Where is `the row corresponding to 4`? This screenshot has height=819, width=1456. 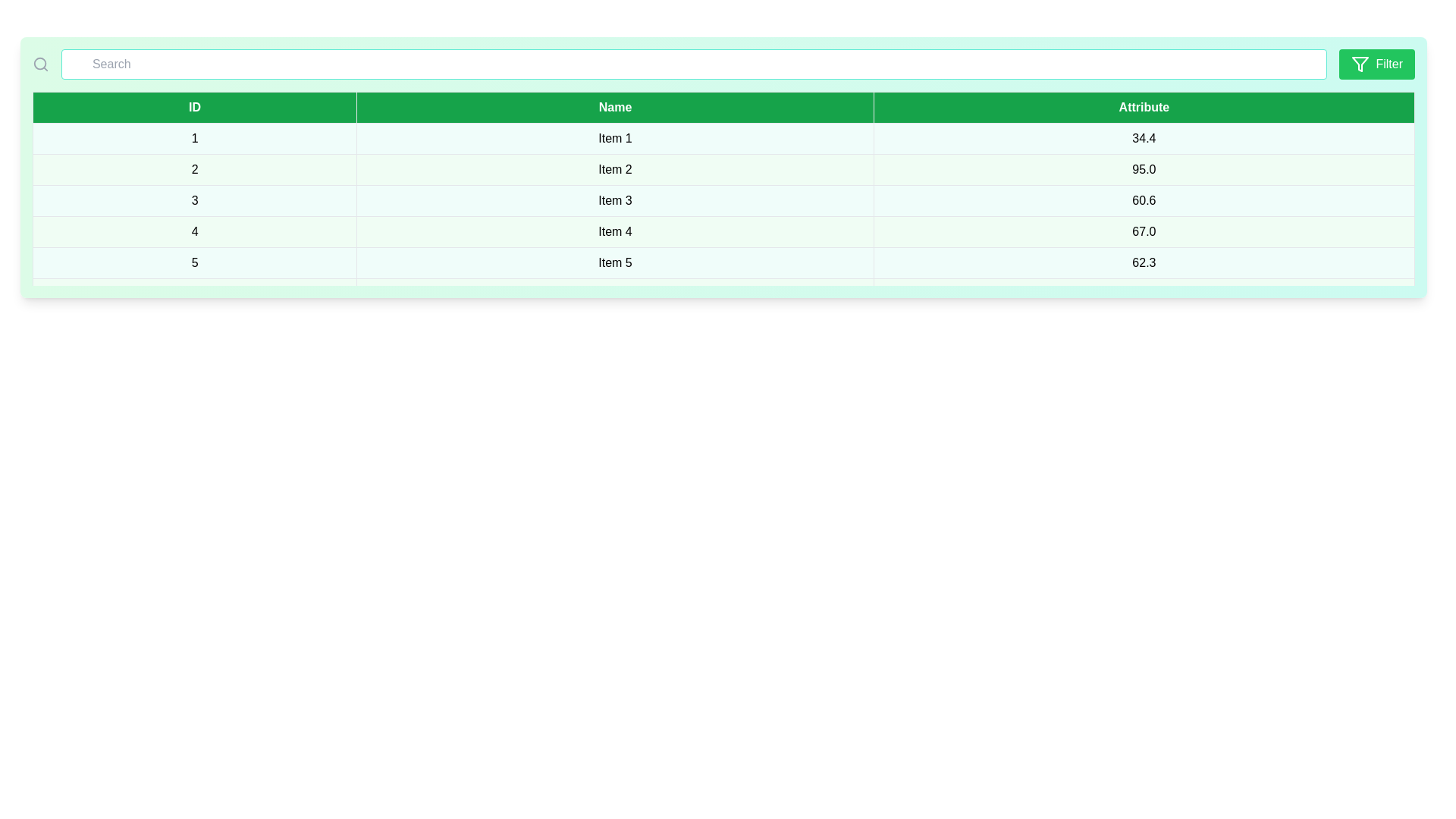 the row corresponding to 4 is located at coordinates (378, 265).